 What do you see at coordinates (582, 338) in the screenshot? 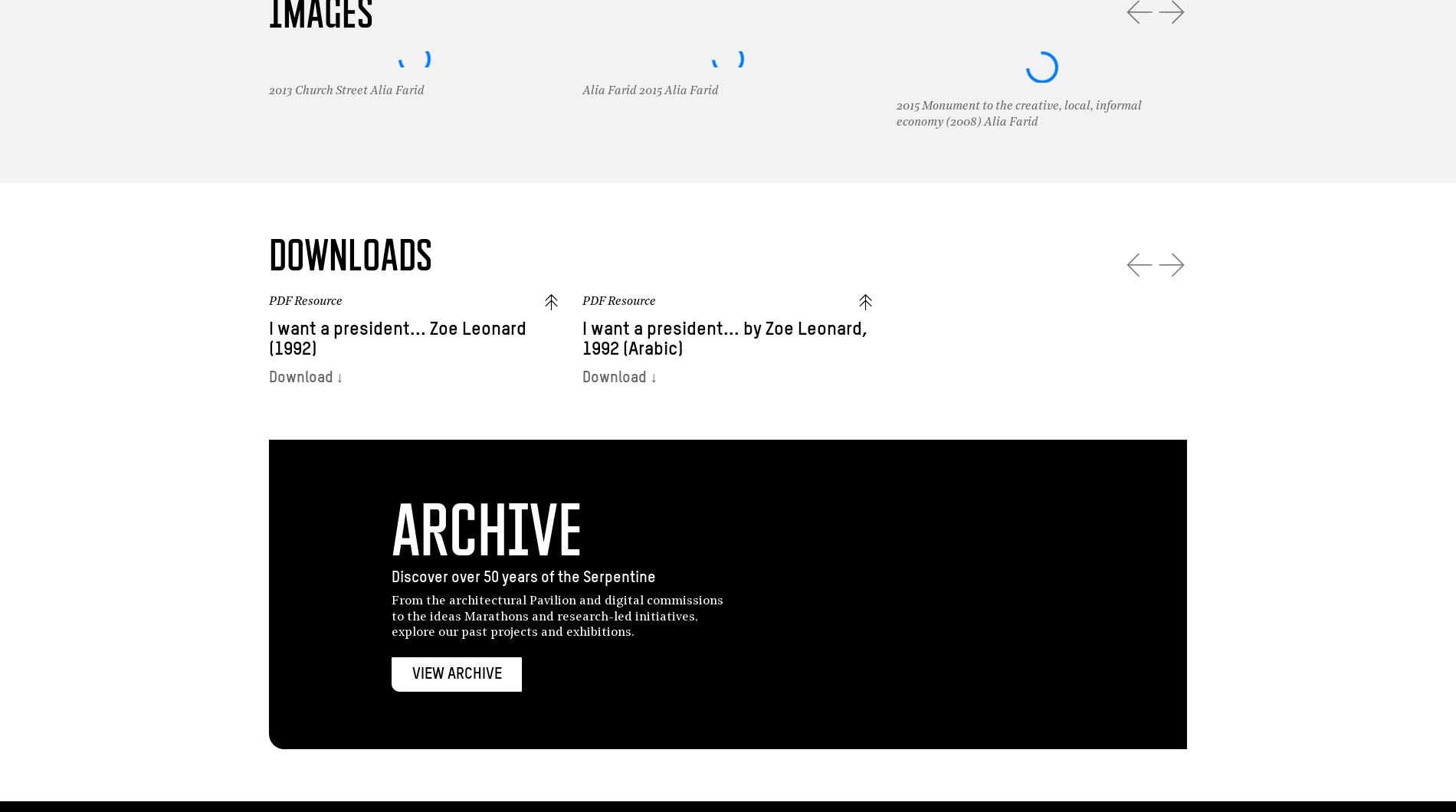
I see `'I want a president... by Zoe Leonard, 1992 (Arabic)'` at bounding box center [582, 338].